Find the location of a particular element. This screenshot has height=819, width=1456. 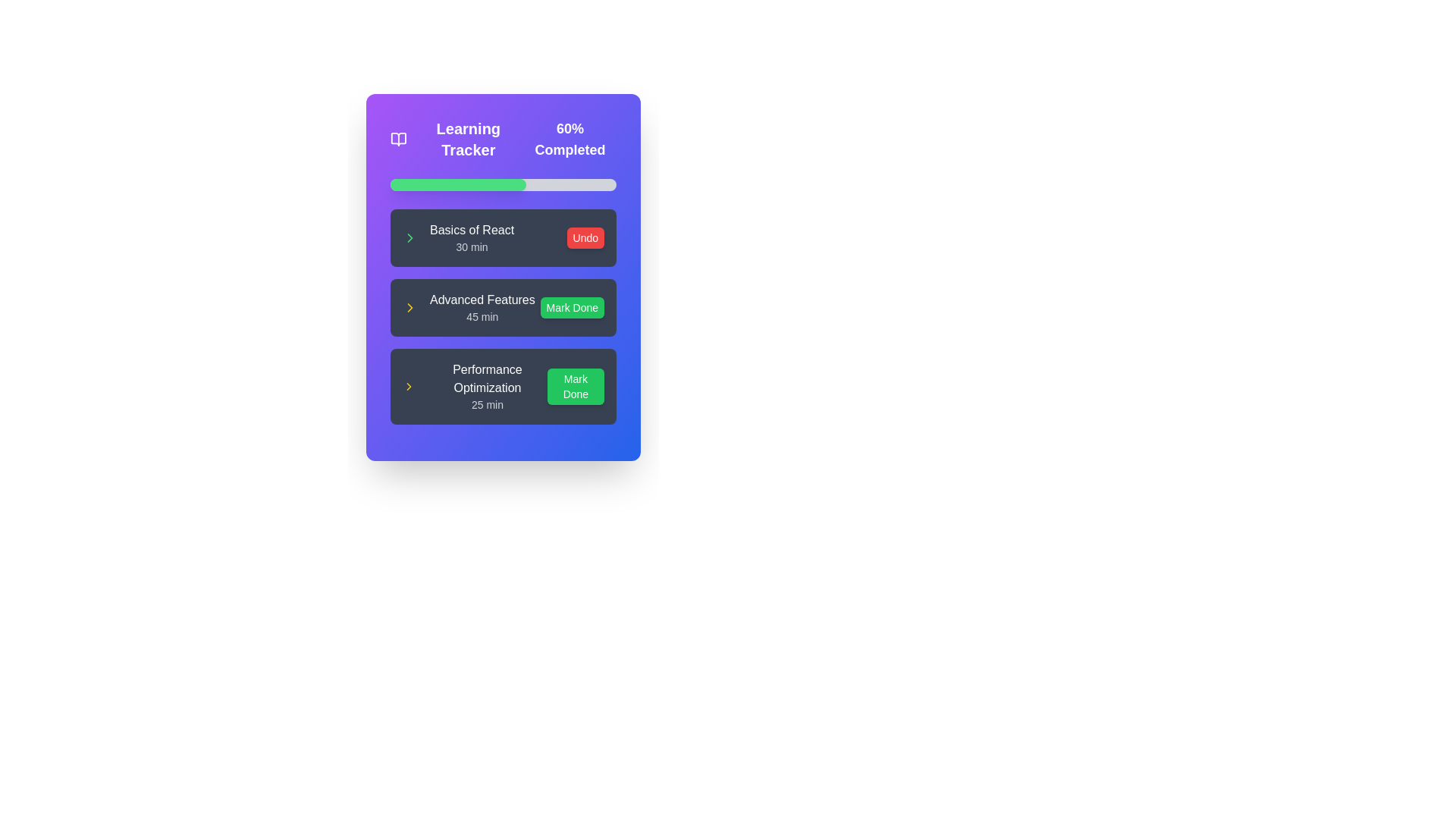

the 'Performance Optimization' completion button located on the right side of the third row in the learning tracker interface is located at coordinates (575, 385).